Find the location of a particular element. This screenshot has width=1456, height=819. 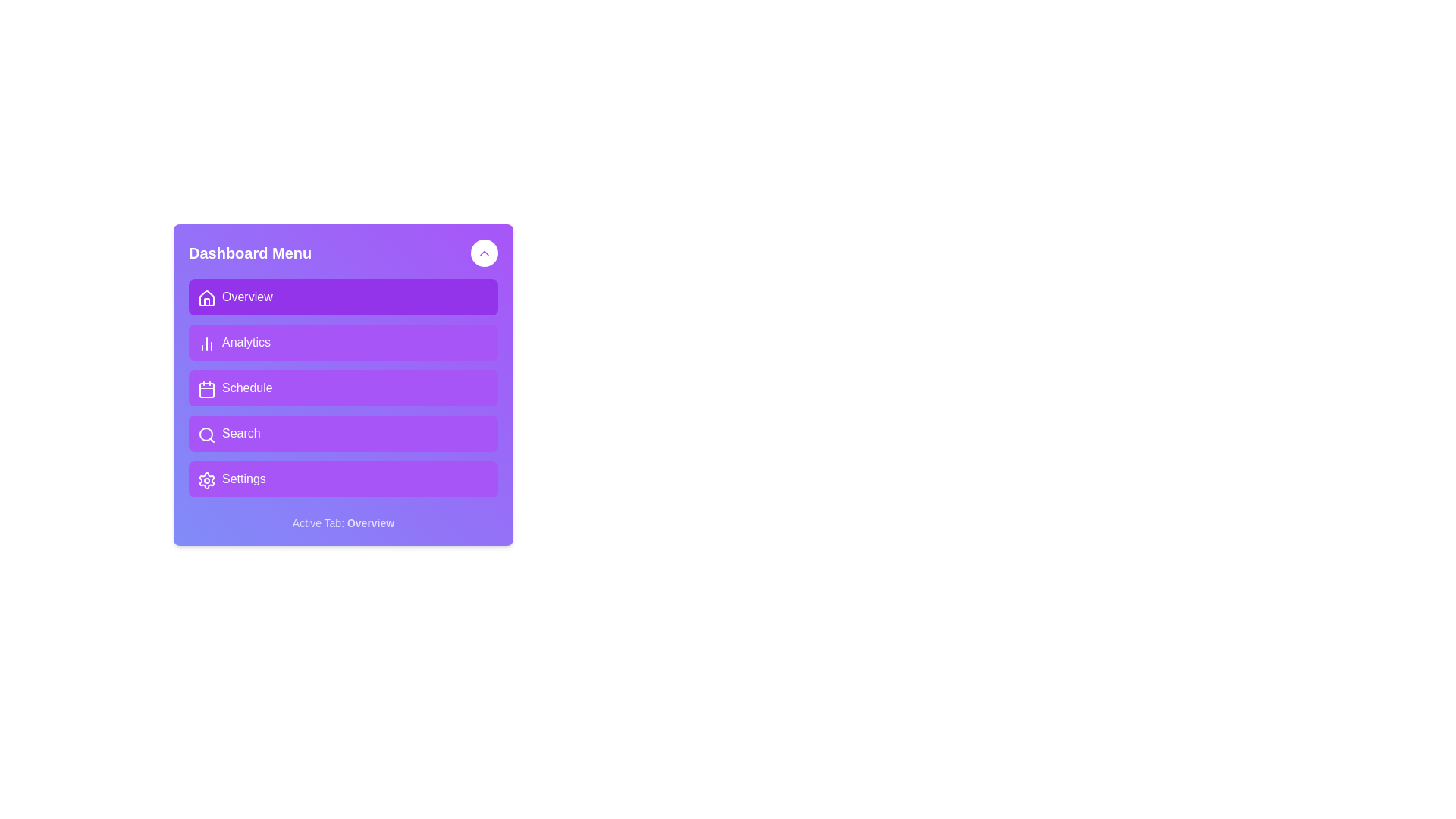

the 'Dashboard Menu' text label, which is prominently displayed in white on a purple background at the top of the sidebar menu is located at coordinates (250, 253).